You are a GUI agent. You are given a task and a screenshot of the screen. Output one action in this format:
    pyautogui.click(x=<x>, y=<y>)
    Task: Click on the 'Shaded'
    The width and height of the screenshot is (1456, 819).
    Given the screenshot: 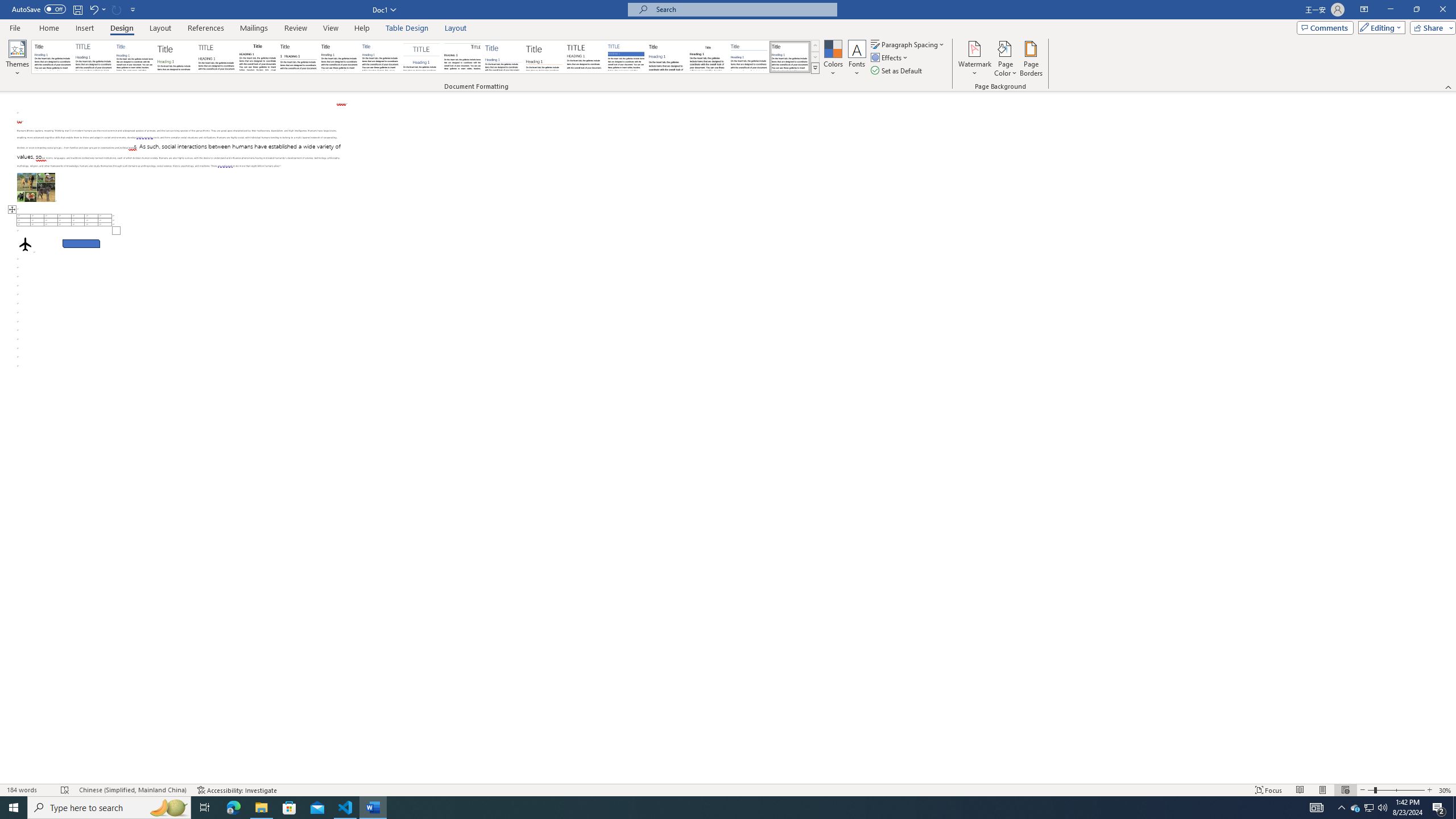 What is the action you would take?
    pyautogui.click(x=626, y=56)
    